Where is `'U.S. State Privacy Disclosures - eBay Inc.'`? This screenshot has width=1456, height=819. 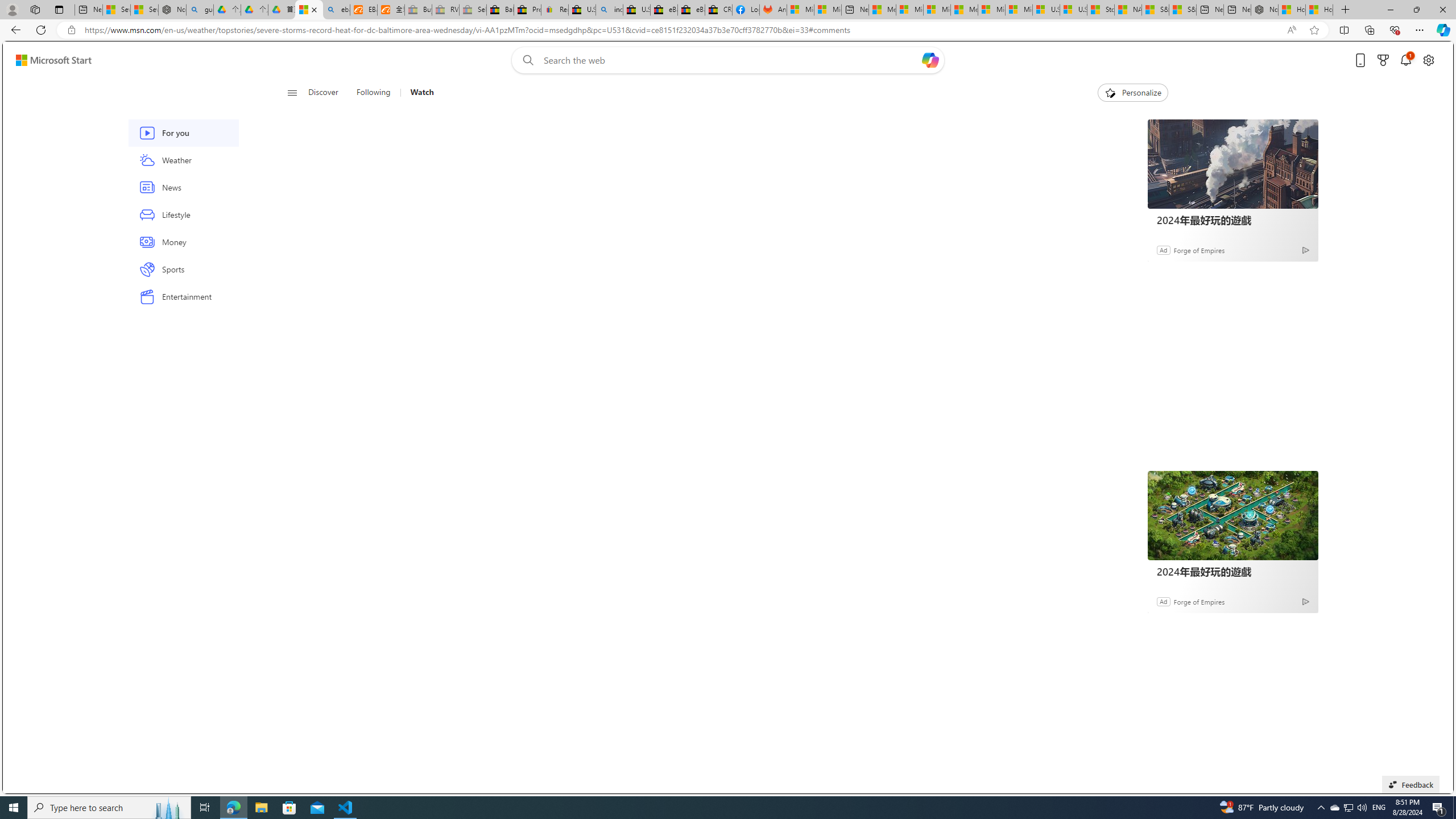
'U.S. State Privacy Disclosures - eBay Inc.' is located at coordinates (637, 9).